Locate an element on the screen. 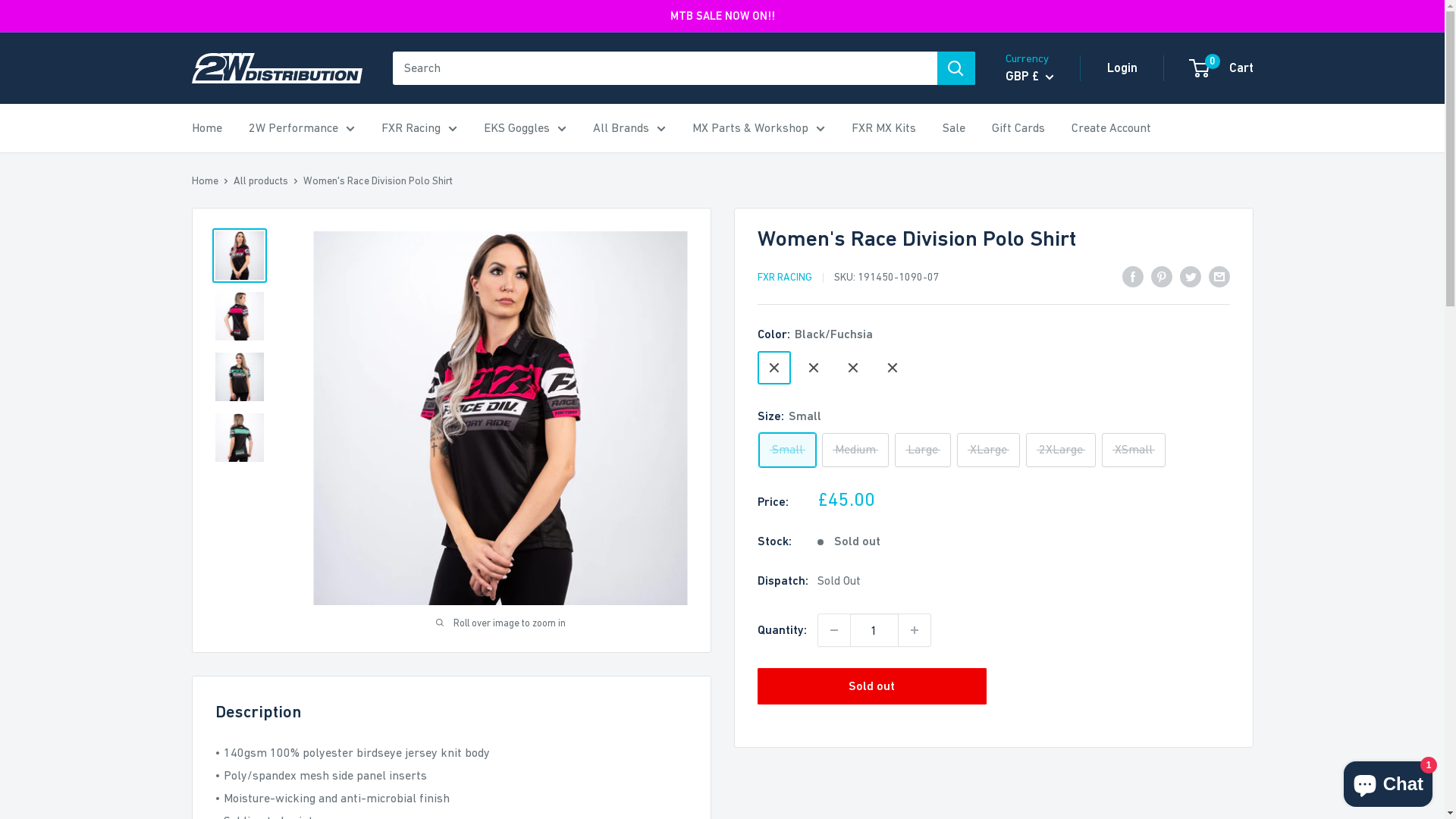 Image resolution: width=1456 pixels, height=819 pixels. 'Decrease quantity by 1' is located at coordinates (833, 629).